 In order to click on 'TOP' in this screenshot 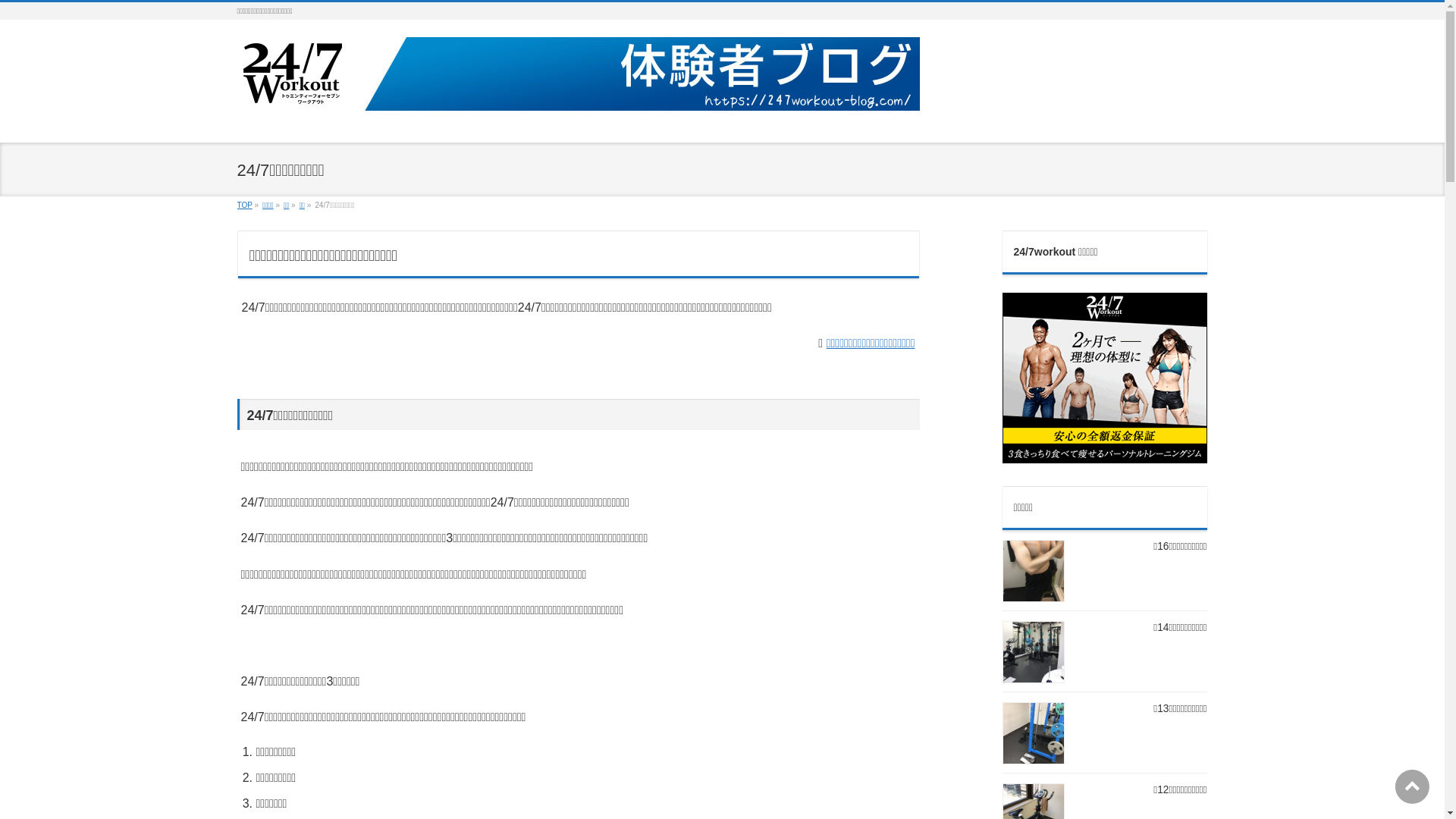, I will do `click(243, 205)`.